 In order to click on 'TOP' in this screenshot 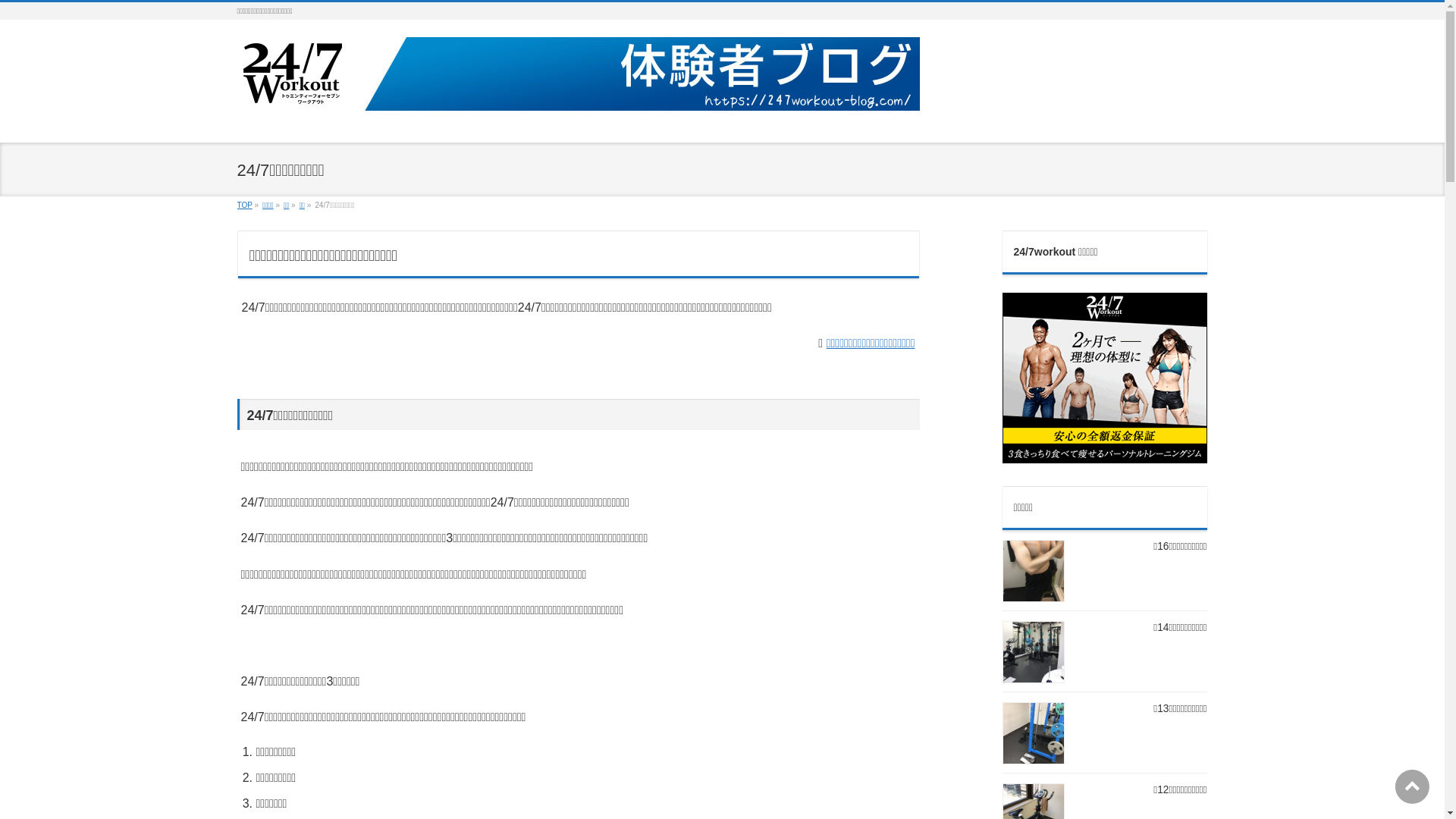, I will do `click(243, 205)`.